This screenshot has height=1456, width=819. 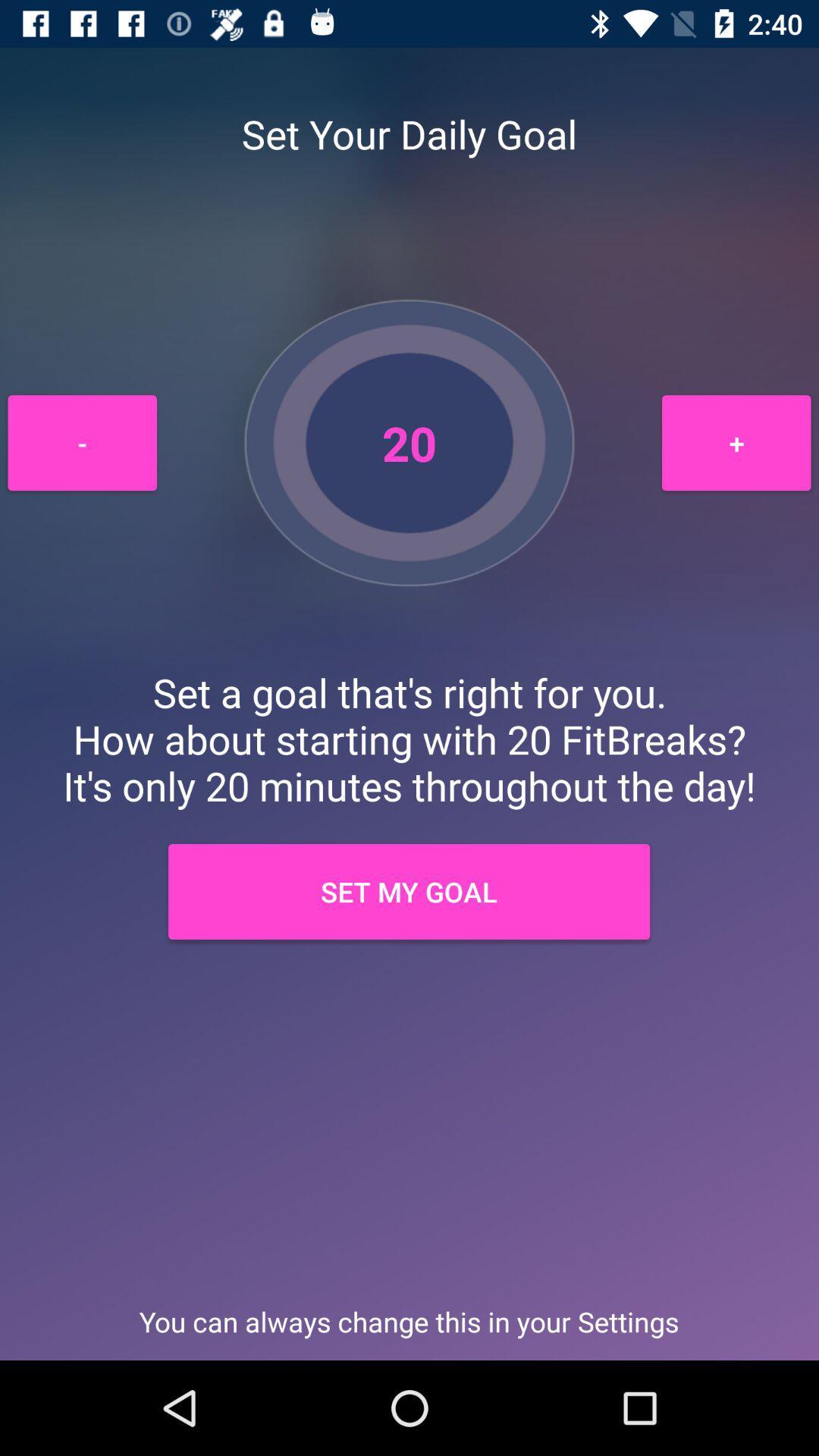 What do you see at coordinates (736, 442) in the screenshot?
I see `the icon next to the 20 item` at bounding box center [736, 442].